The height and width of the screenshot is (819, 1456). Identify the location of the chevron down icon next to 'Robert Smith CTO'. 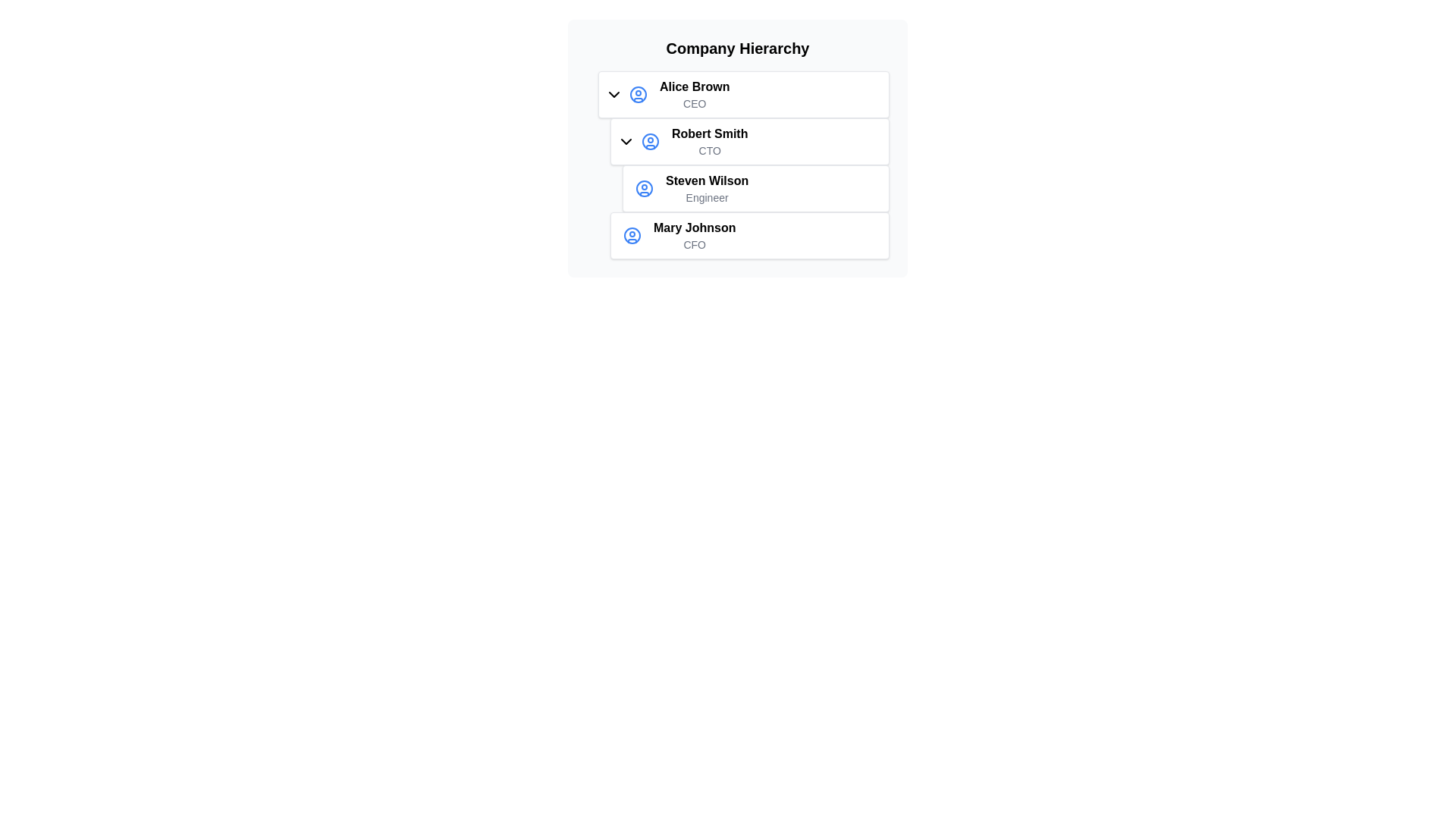
(626, 141).